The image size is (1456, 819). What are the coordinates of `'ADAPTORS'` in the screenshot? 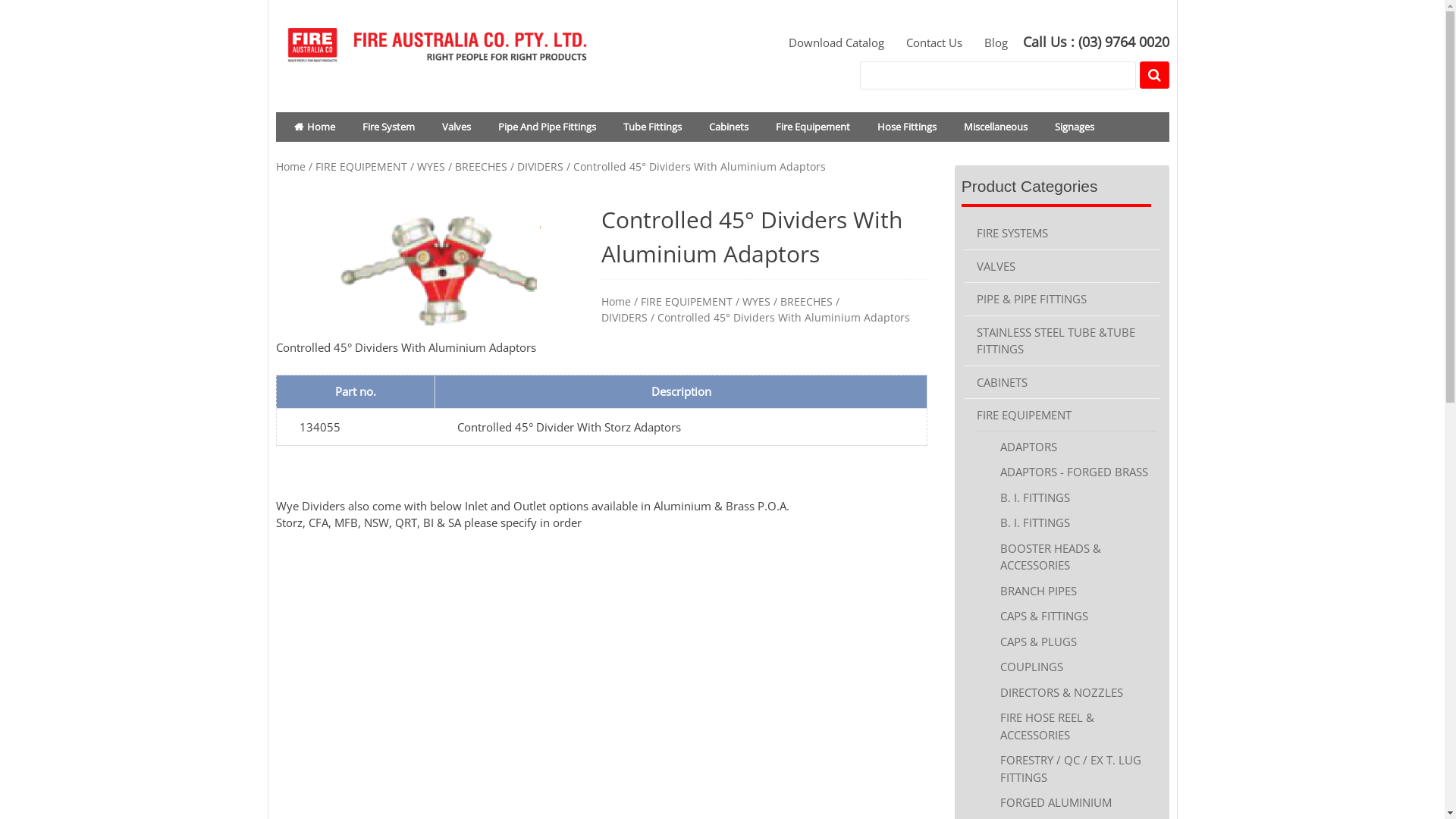 It's located at (1000, 449).